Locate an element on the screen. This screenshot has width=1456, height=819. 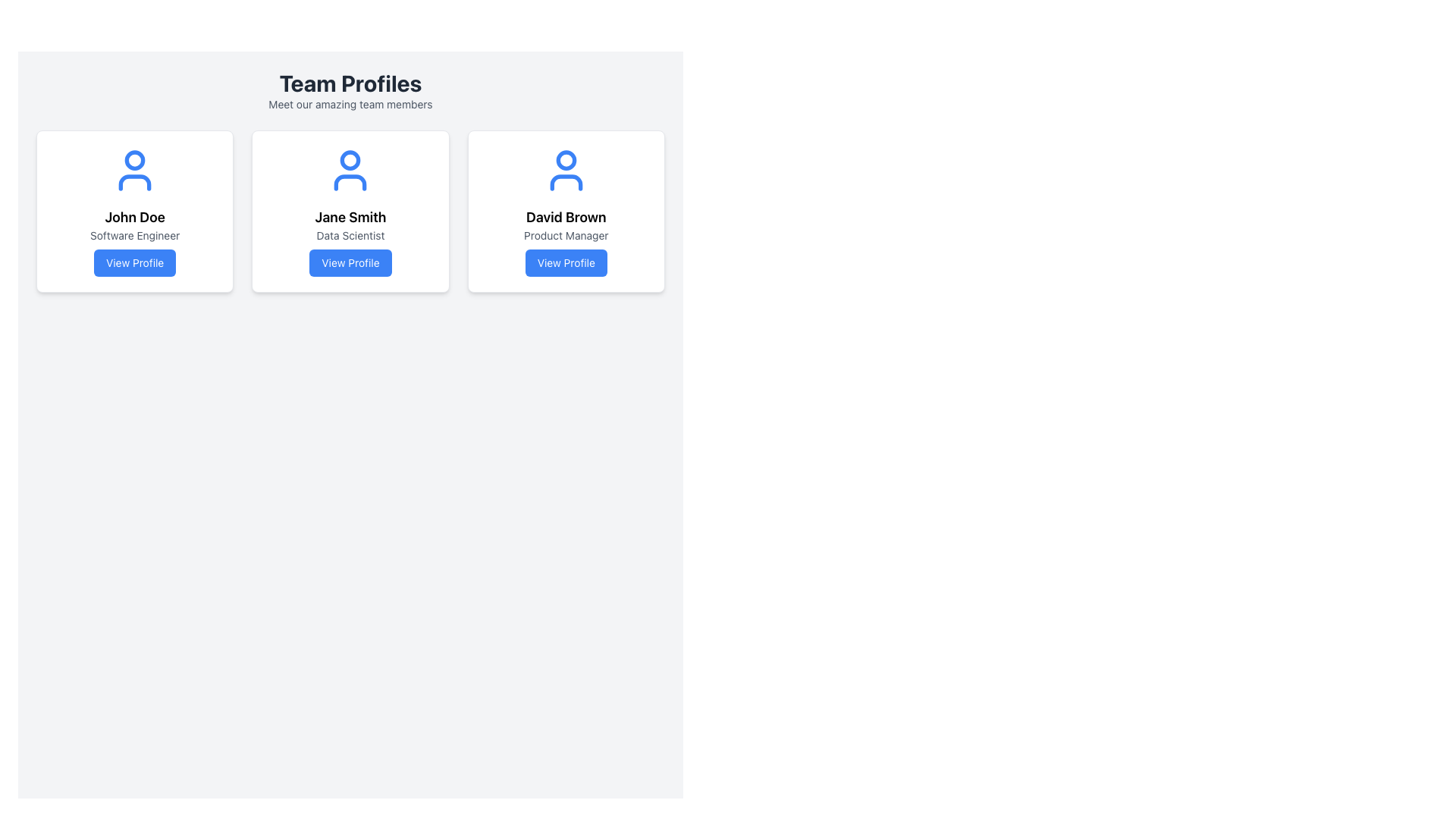
the lower part of the user profile icon representing the outline of shoulders and torso in a minimalistic design within the profile card labeled 'Jane Smith' is located at coordinates (350, 181).